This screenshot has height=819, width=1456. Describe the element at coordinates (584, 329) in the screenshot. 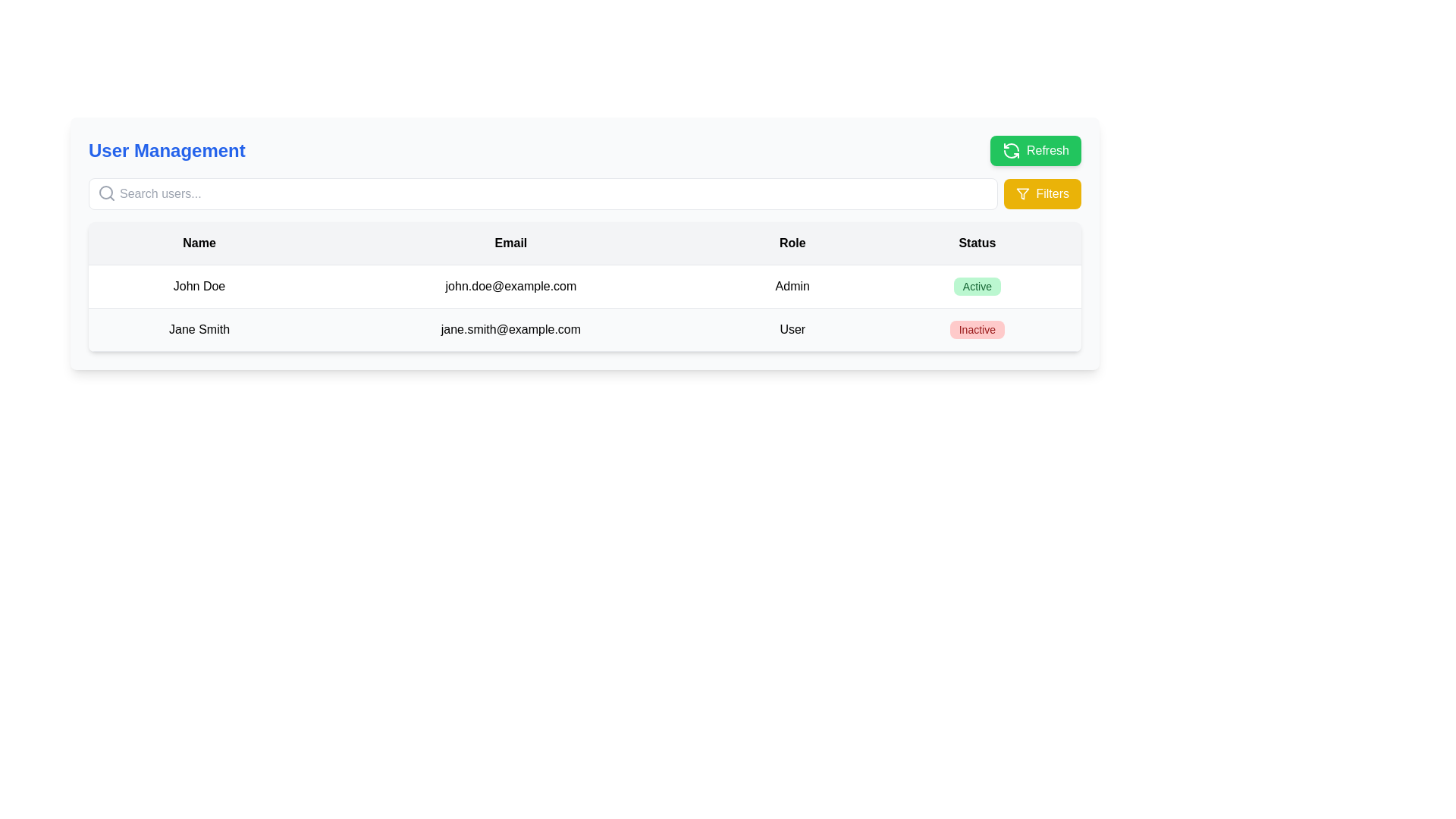

I see `the second row of the table that displays detailed information including name, email, role, and status` at that location.